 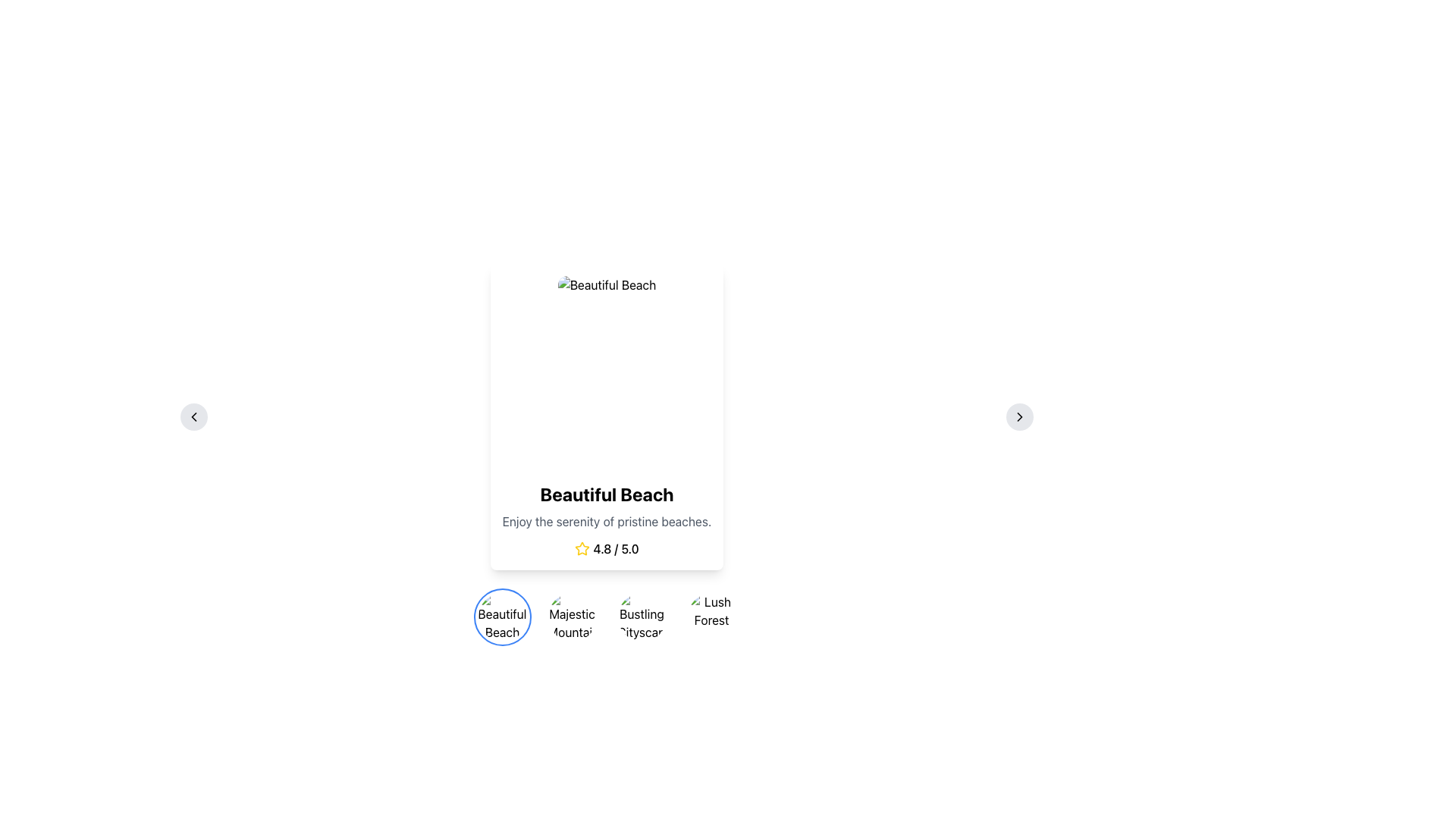 I want to click on the circular icon labeled 'Bustling Cityscape', so click(x=642, y=617).